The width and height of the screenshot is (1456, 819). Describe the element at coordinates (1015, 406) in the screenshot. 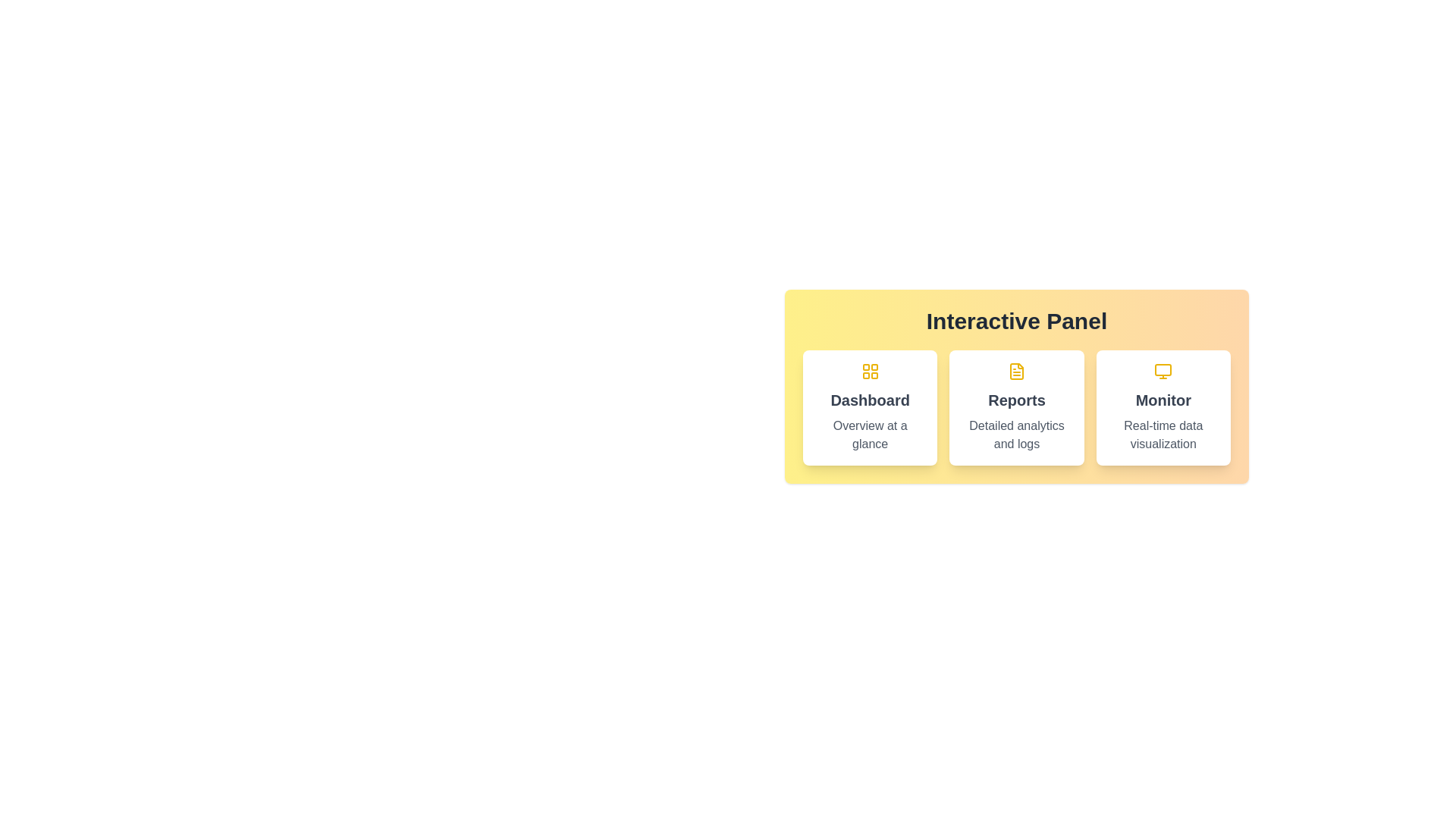

I see `the 'Reports' panel` at that location.